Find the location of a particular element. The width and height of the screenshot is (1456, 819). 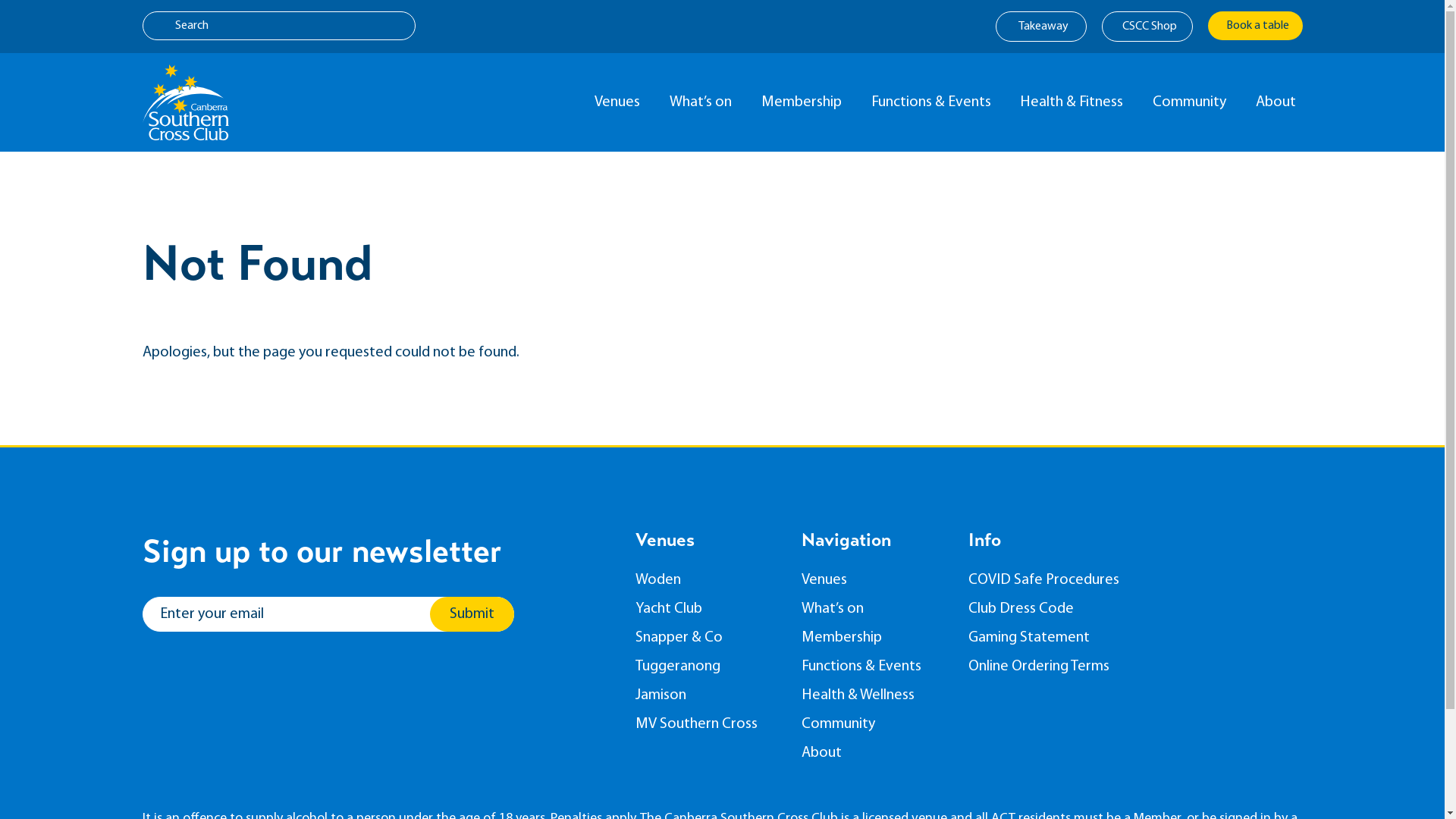

'Membership' is located at coordinates (804, 102).